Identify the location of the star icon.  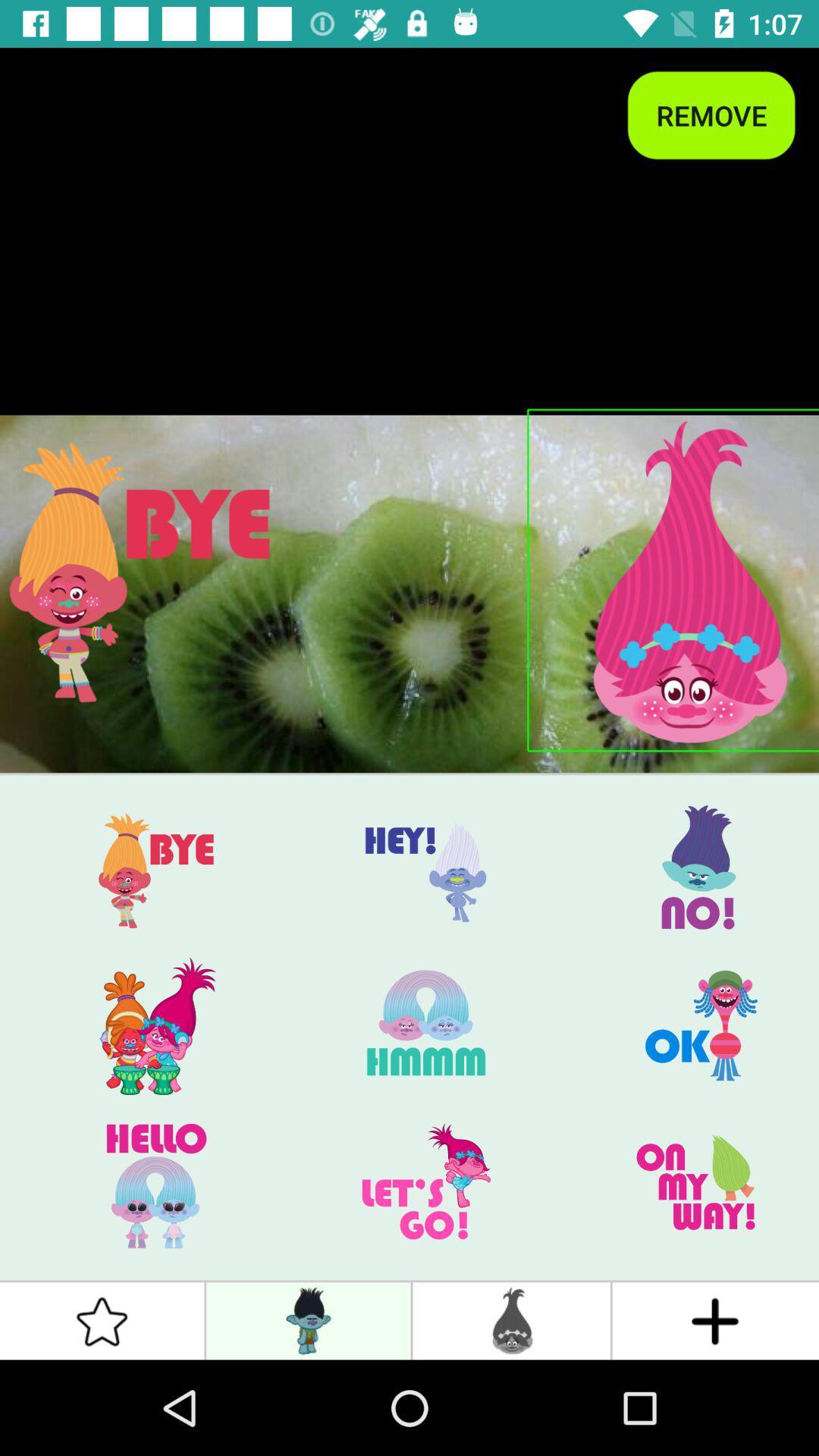
(102, 1320).